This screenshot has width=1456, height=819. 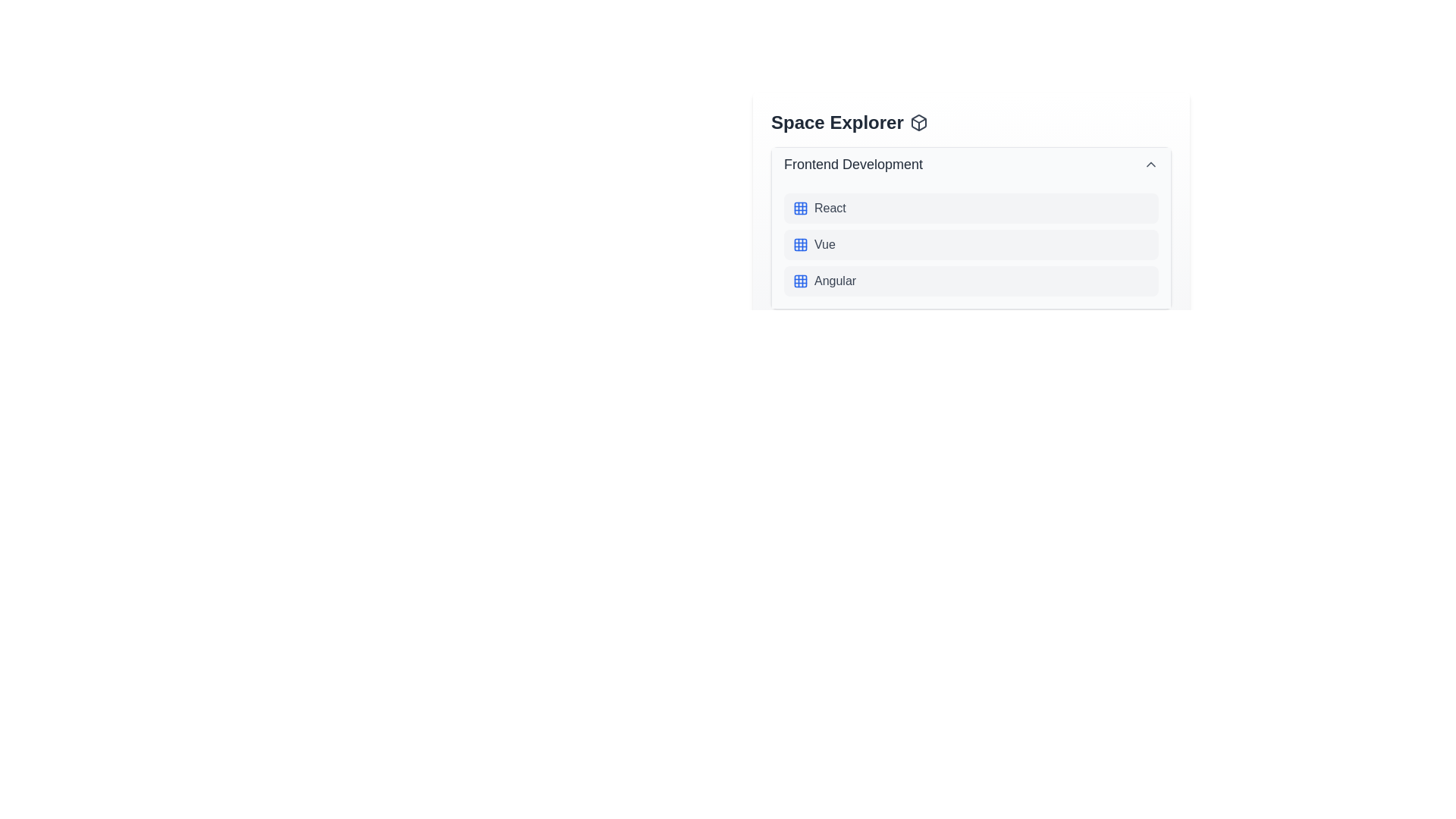 I want to click on the button that contains the grid icon associated with the 'Vue' category under 'Frontend Development', so click(x=800, y=244).